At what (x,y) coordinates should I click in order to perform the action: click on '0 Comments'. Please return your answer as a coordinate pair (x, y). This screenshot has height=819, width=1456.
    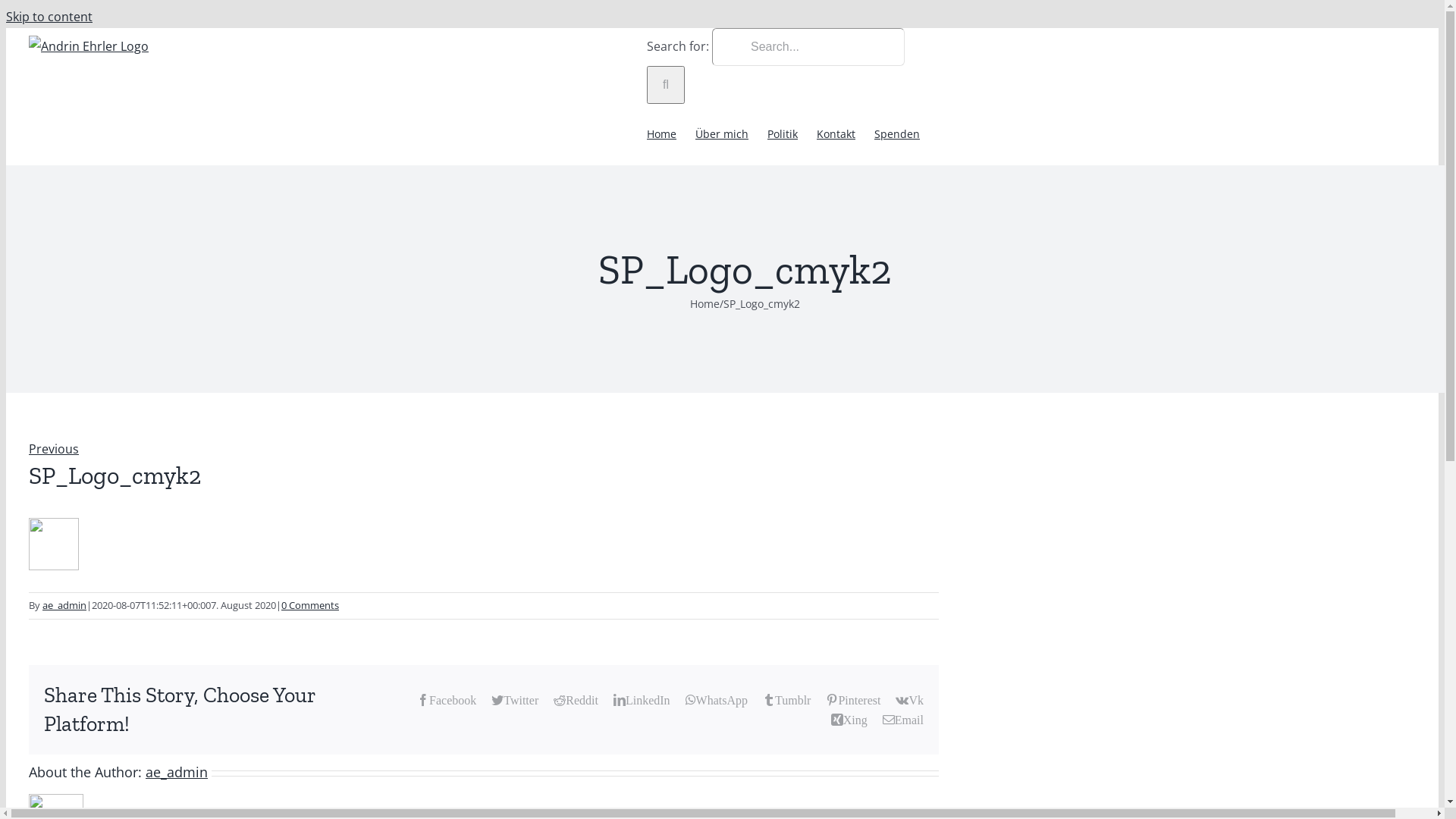
    Looking at the image, I should click on (281, 604).